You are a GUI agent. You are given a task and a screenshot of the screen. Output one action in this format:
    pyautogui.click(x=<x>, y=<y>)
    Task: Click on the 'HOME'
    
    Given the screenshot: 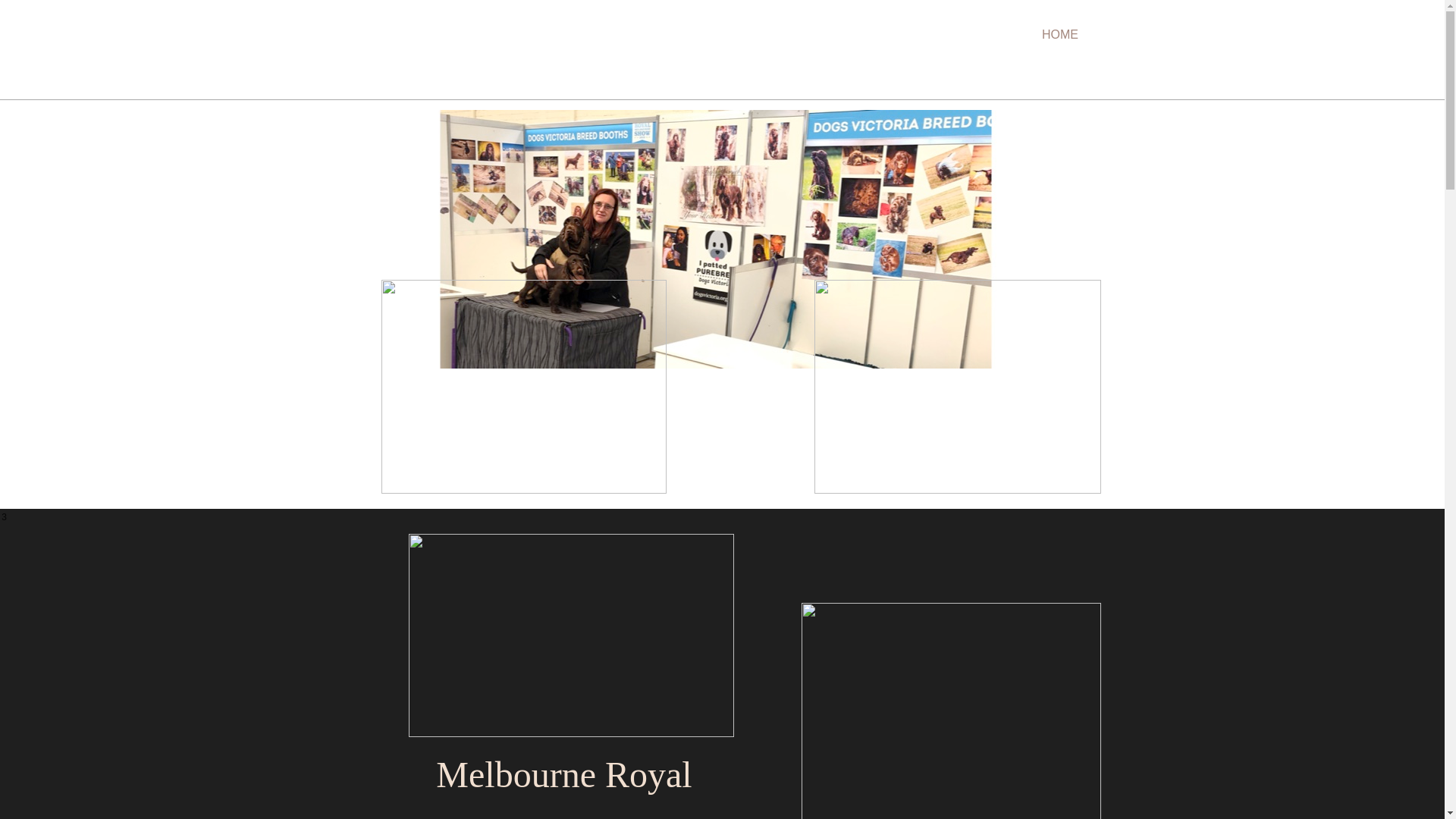 What is the action you would take?
    pyautogui.click(x=1040, y=34)
    